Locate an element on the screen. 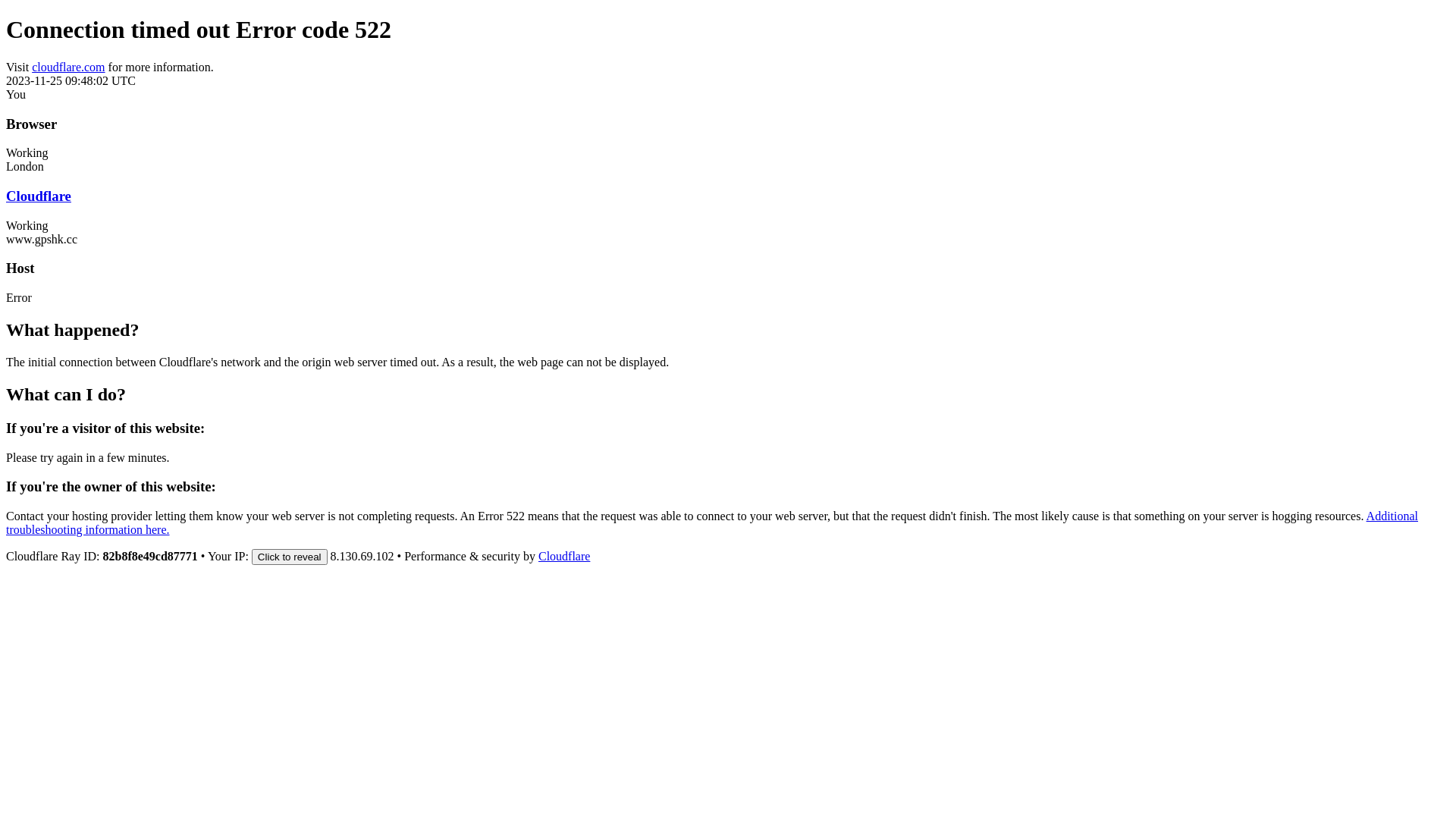  'cloudflare.com' is located at coordinates (67, 66).